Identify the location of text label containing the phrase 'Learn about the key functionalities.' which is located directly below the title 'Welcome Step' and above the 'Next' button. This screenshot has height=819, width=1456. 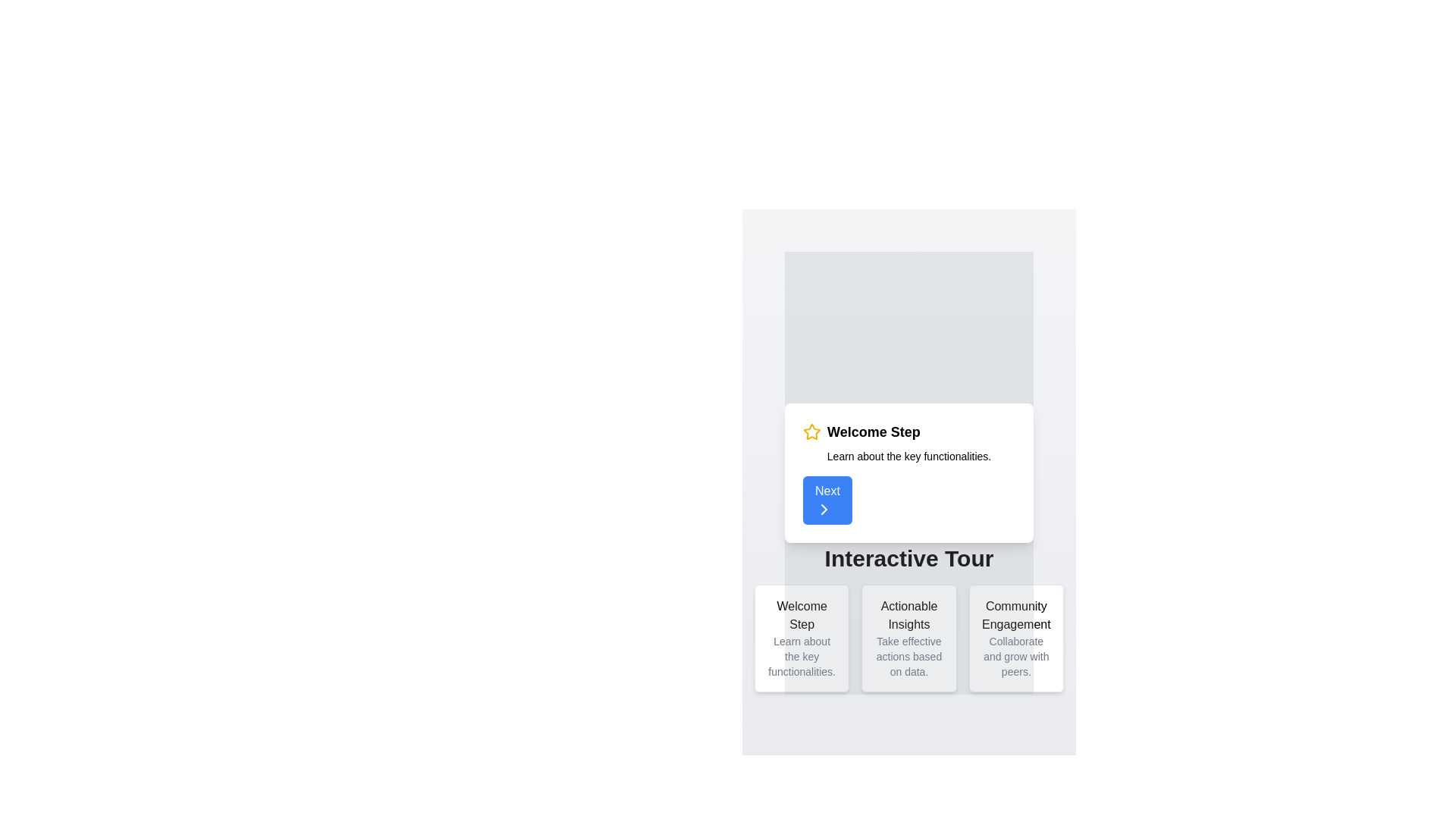
(909, 455).